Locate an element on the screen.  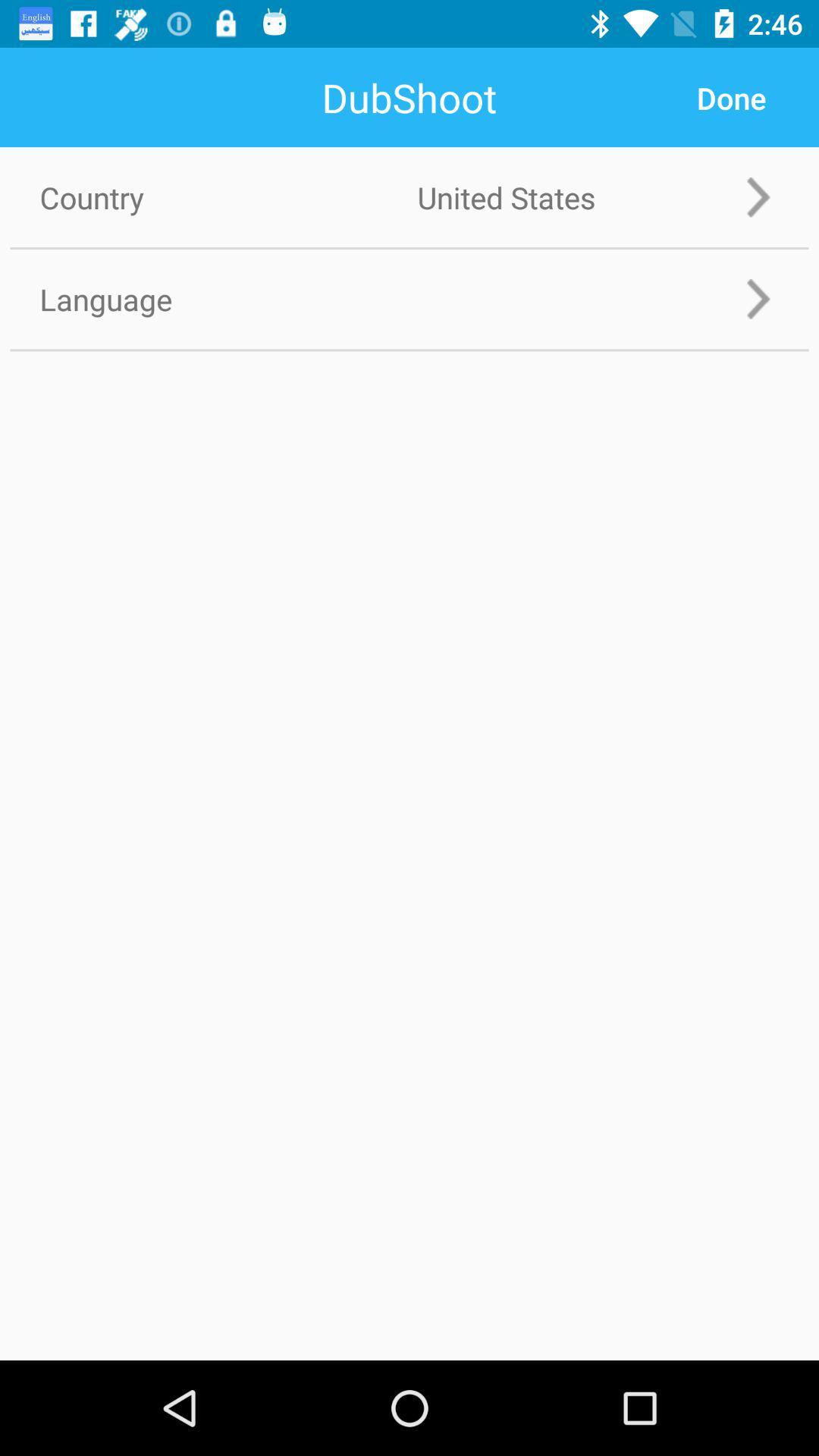
app to the right of country icon is located at coordinates (730, 97).